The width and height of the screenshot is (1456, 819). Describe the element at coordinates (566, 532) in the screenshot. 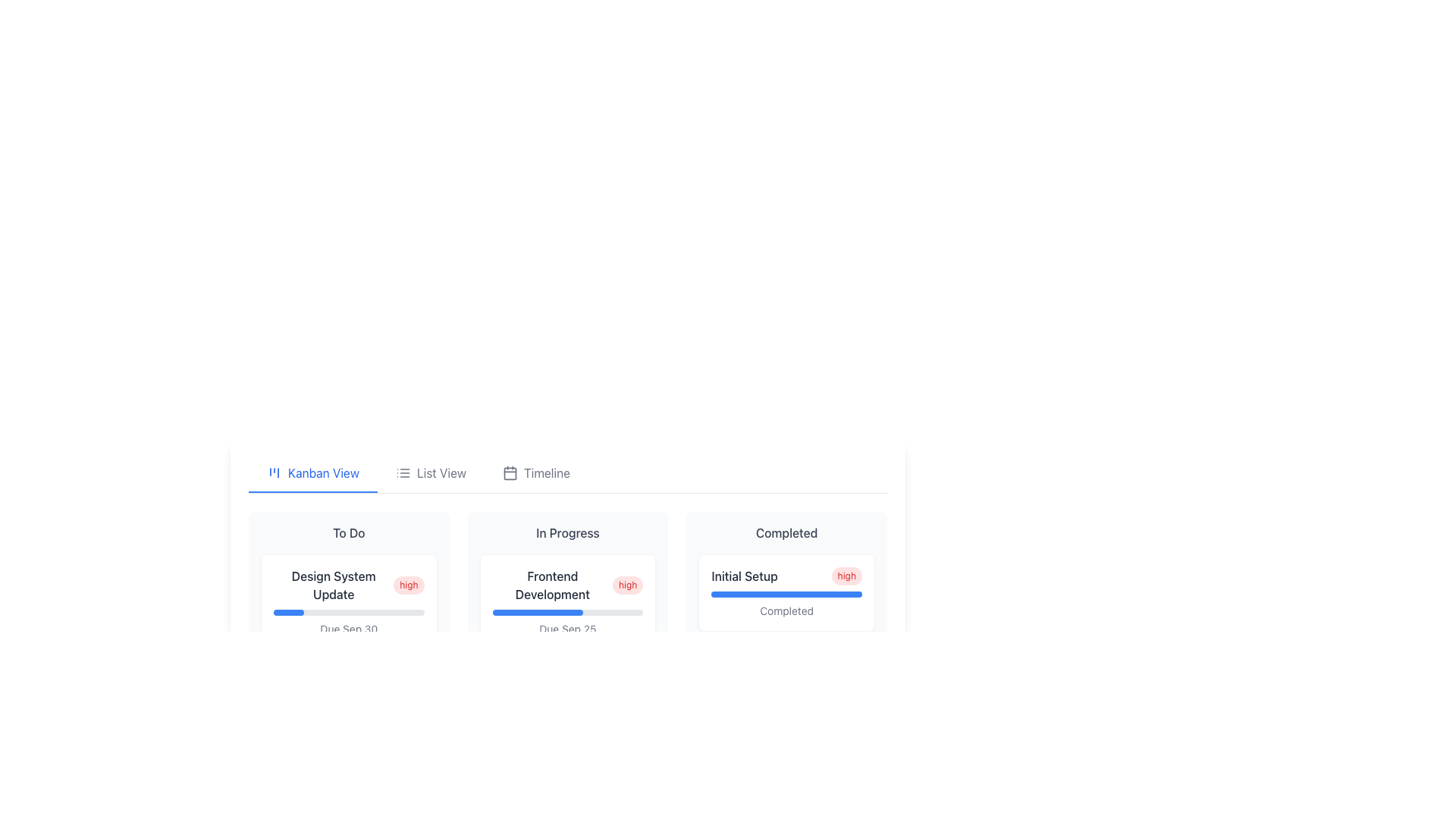

I see `the 'In Progress' text label, which is styled with a medium-sized gray font and positioned at the top of the second column in a Kanban board layout` at that location.